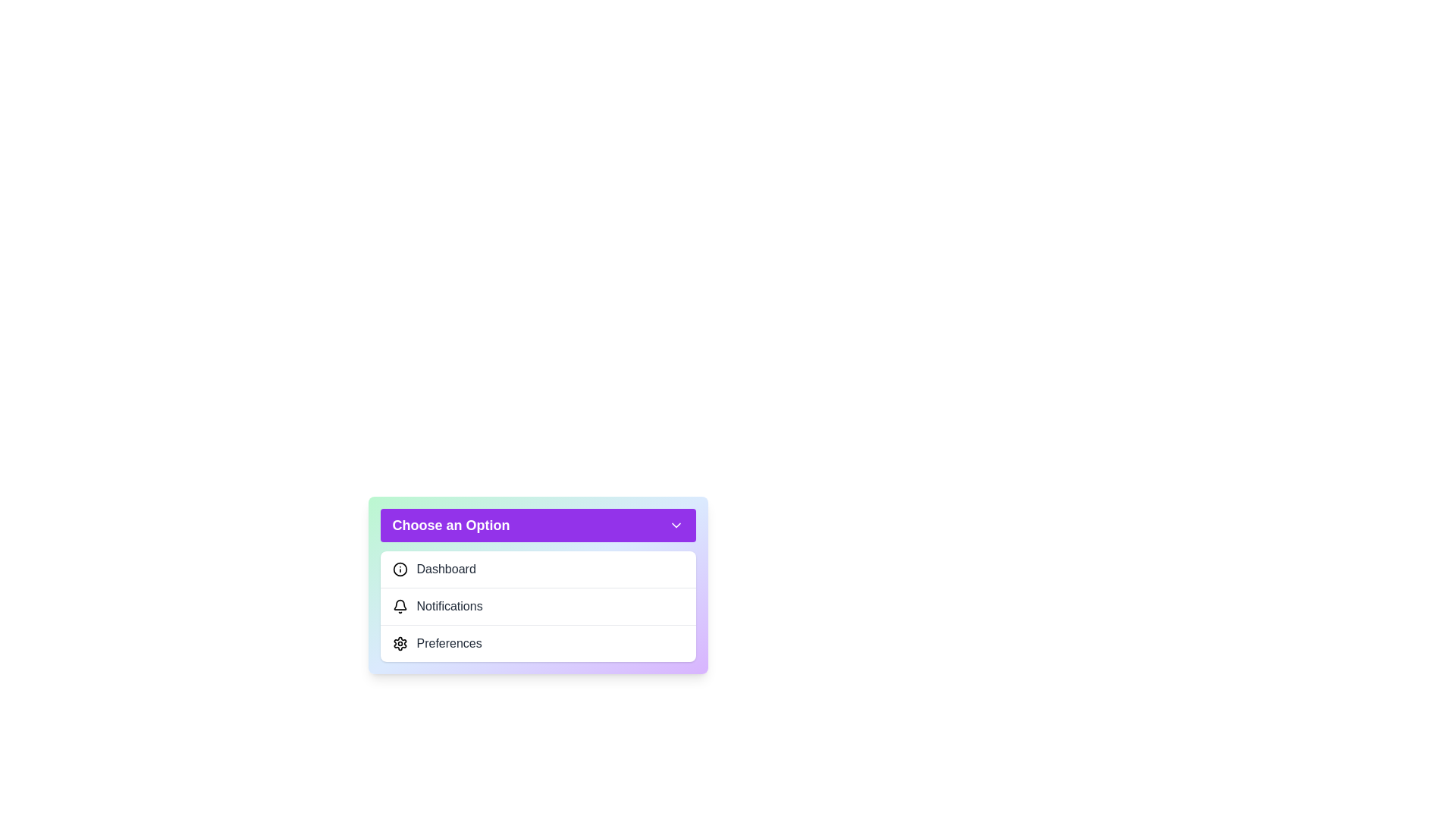 This screenshot has width=1456, height=819. I want to click on the icon next to the menu item Dashboard, so click(400, 570).